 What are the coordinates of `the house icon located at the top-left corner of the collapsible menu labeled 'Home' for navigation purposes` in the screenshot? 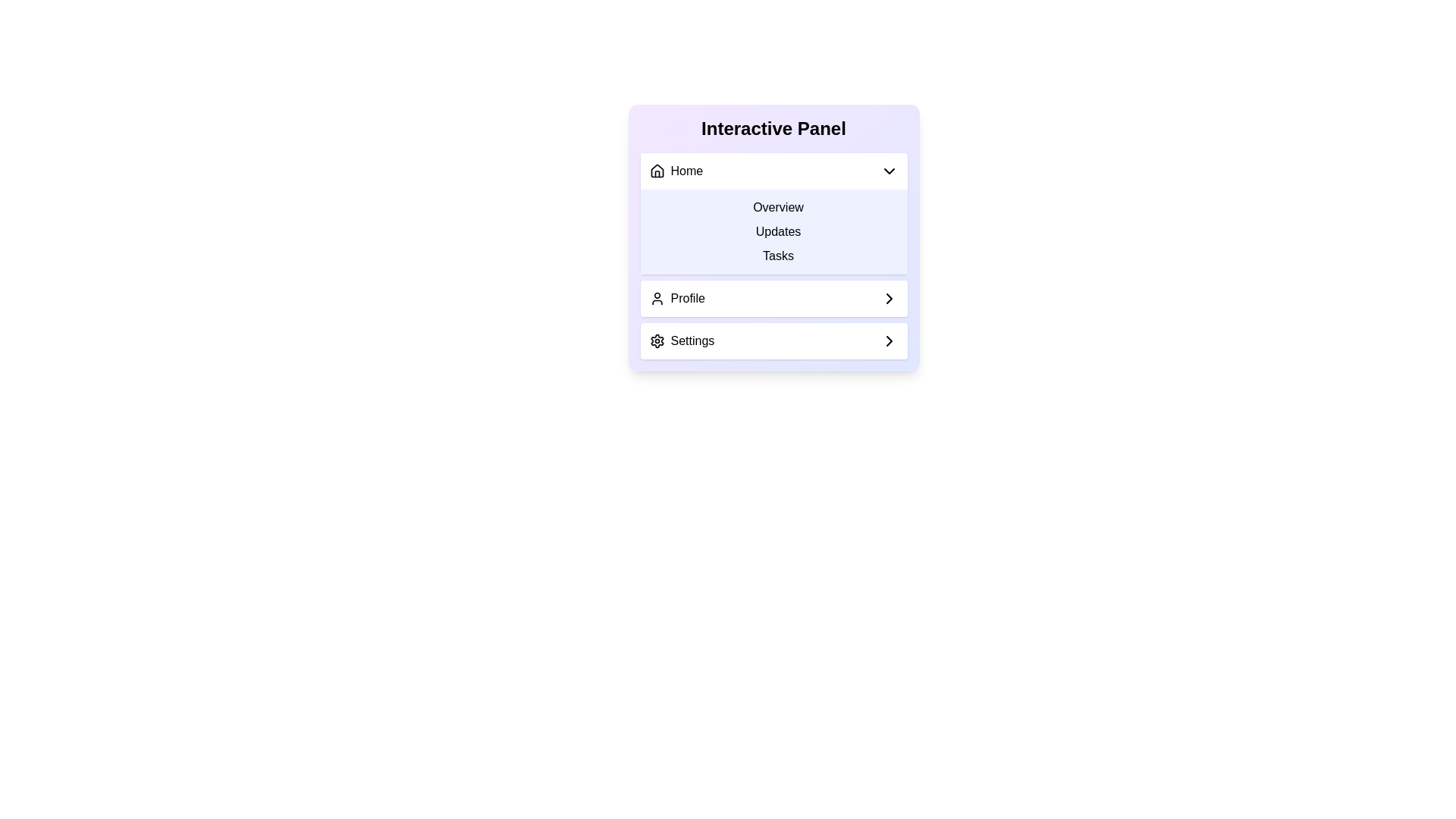 It's located at (657, 171).